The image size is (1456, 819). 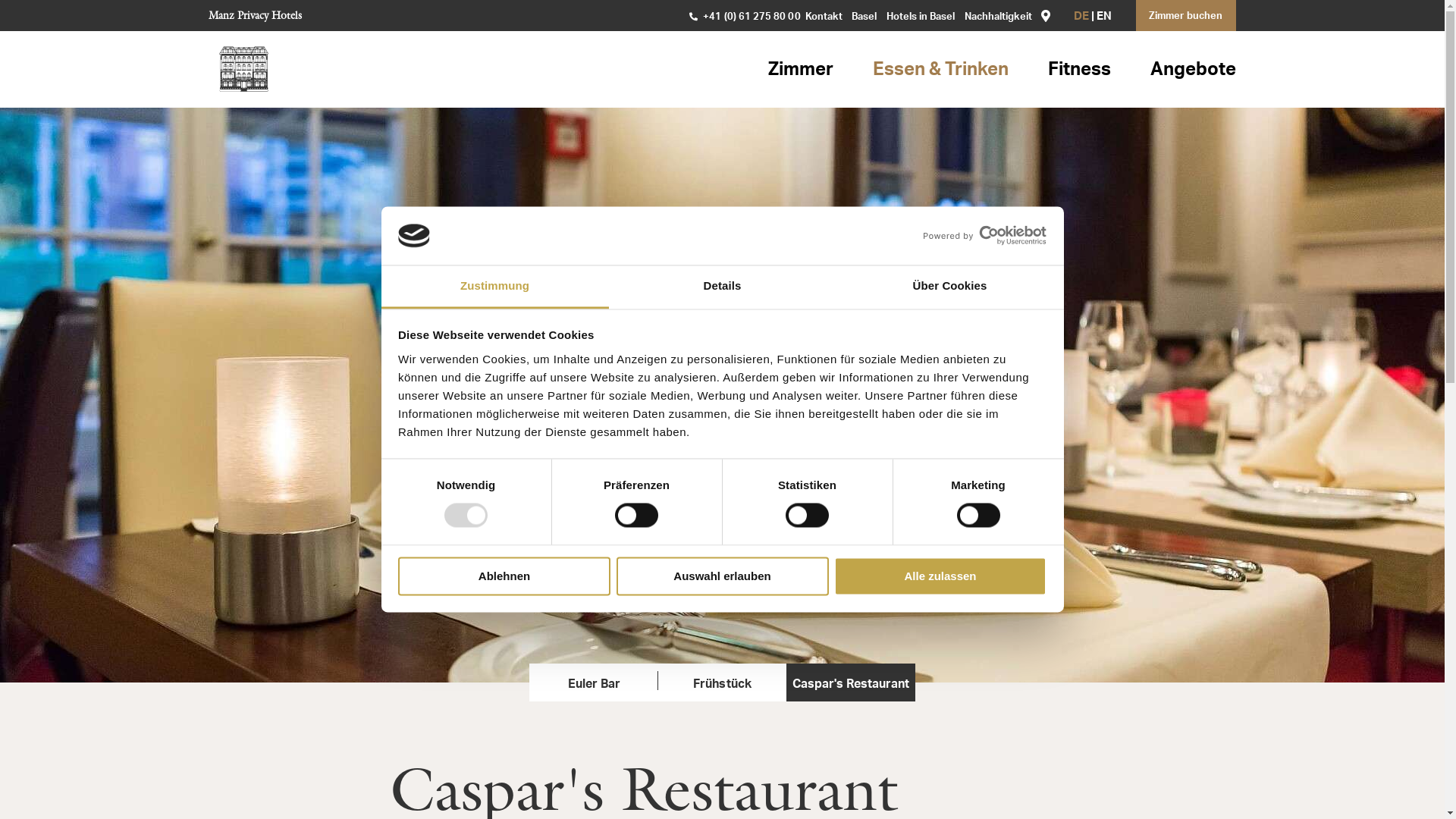 I want to click on 'Fitness', so click(x=1078, y=70).